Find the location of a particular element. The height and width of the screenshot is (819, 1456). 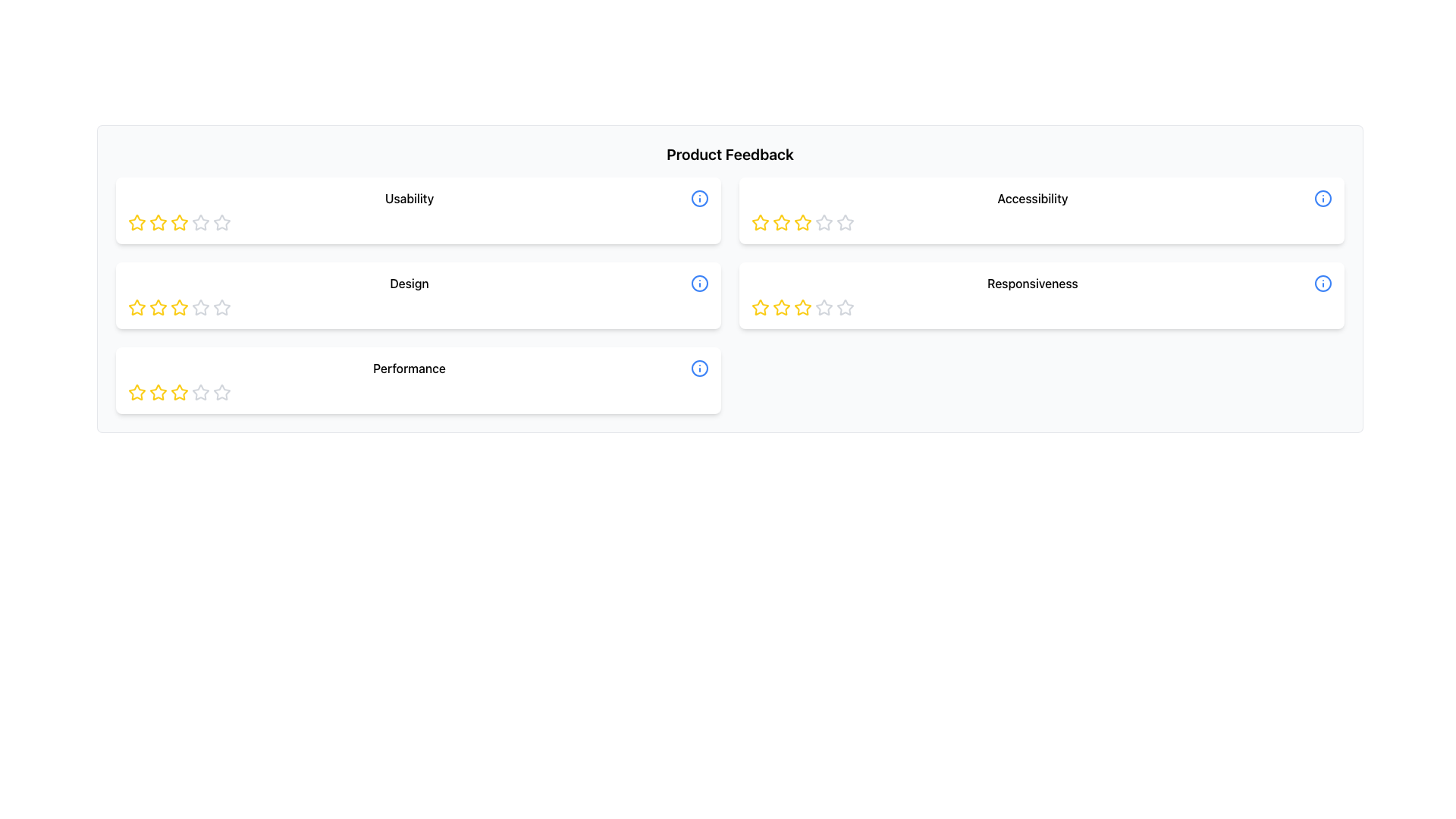

the fourth star-shaped icon filled with yellow color in the Responsiveness feedback category is located at coordinates (802, 307).